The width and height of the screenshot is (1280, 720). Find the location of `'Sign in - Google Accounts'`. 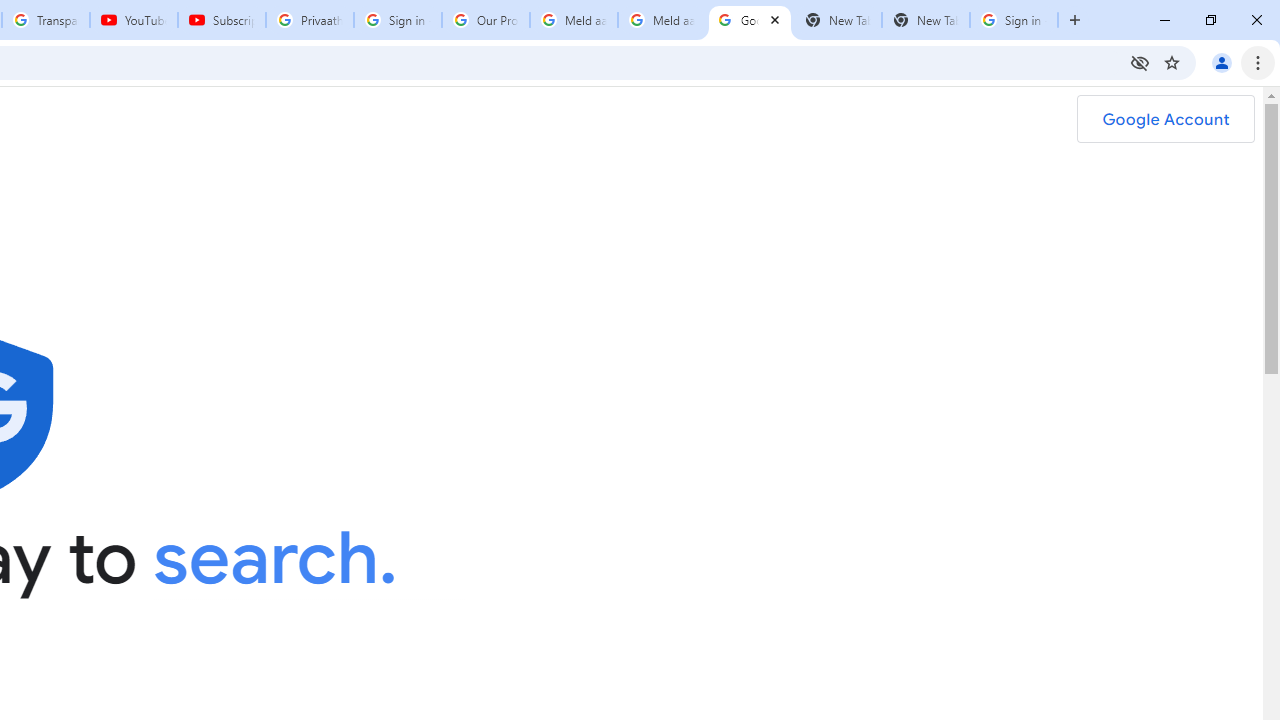

'Sign in - Google Accounts' is located at coordinates (1014, 20).